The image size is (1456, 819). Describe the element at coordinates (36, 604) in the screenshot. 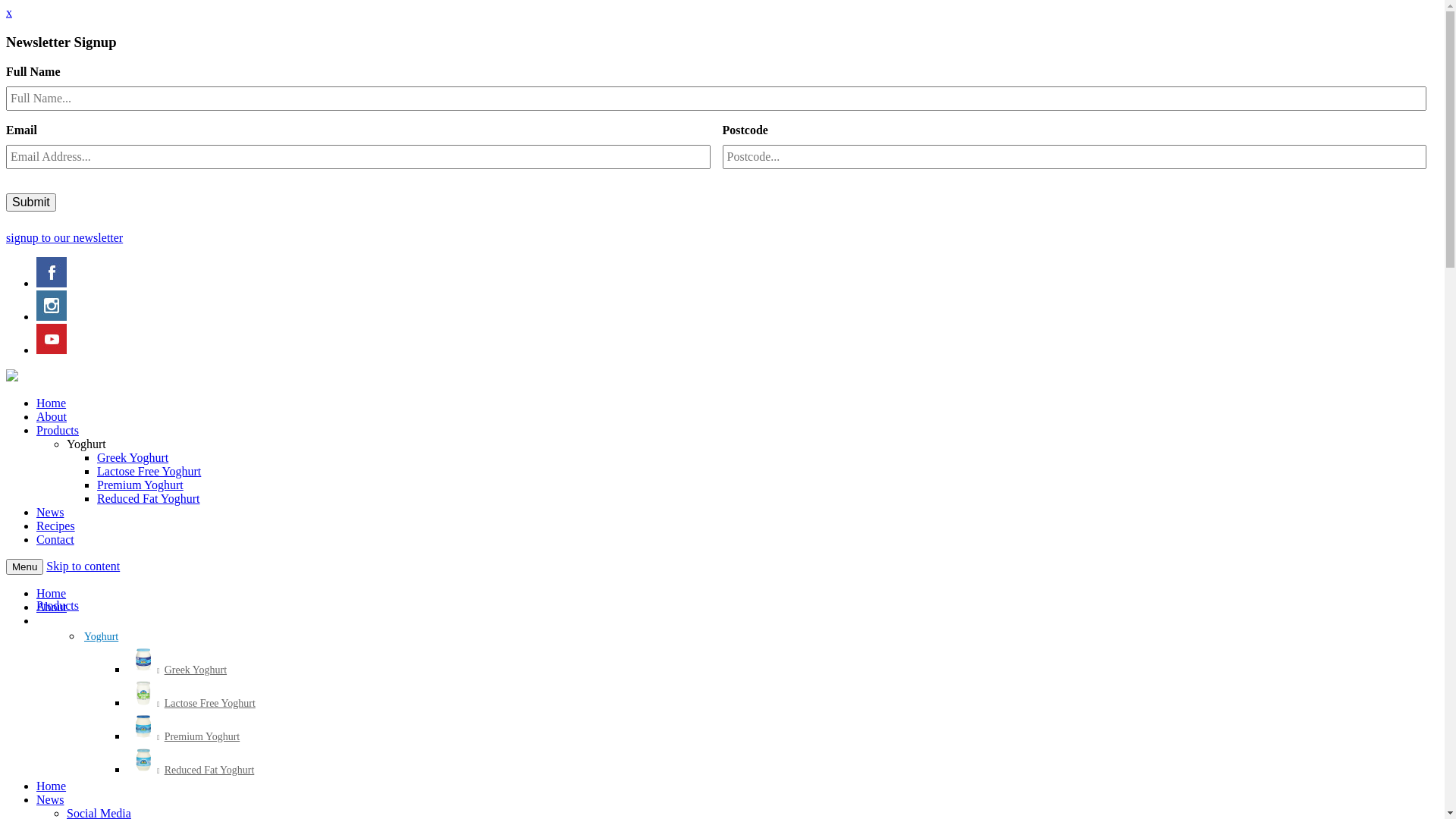

I see `'Products'` at that location.